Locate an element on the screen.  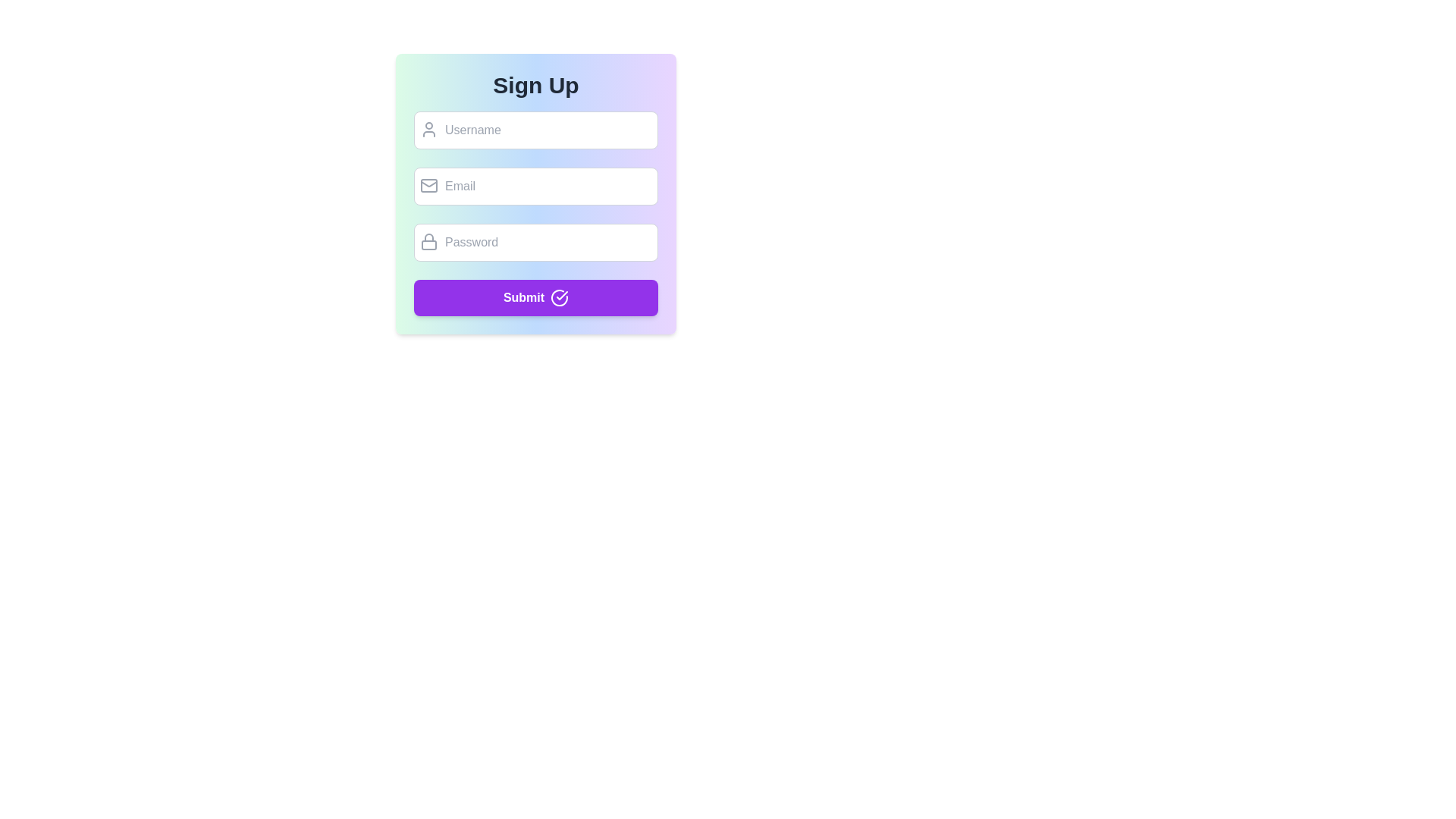
the minimalist outline mail icon located to the left of the email input field in the sign-up form is located at coordinates (428, 185).